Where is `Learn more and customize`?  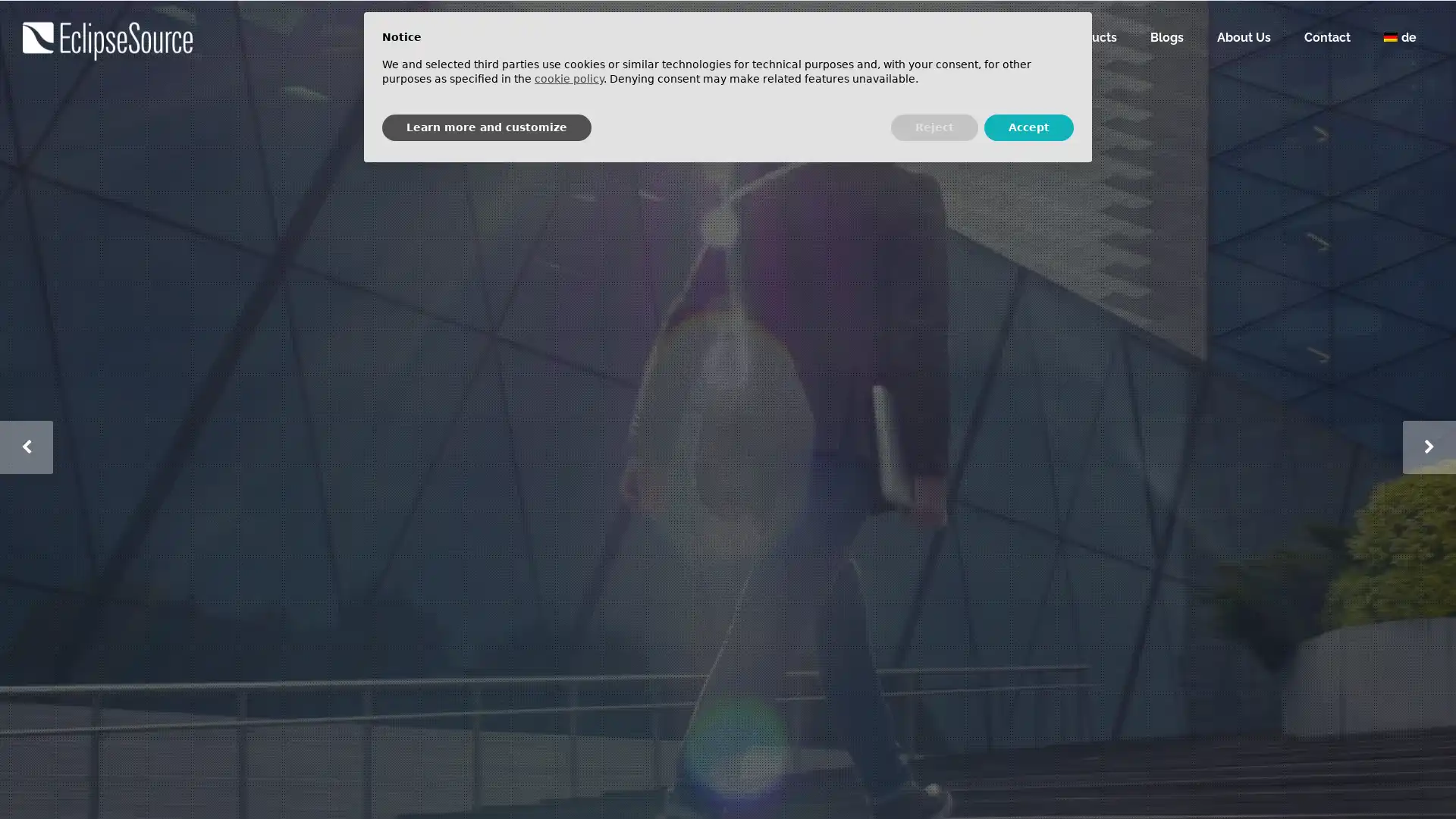 Learn more and customize is located at coordinates (487, 127).